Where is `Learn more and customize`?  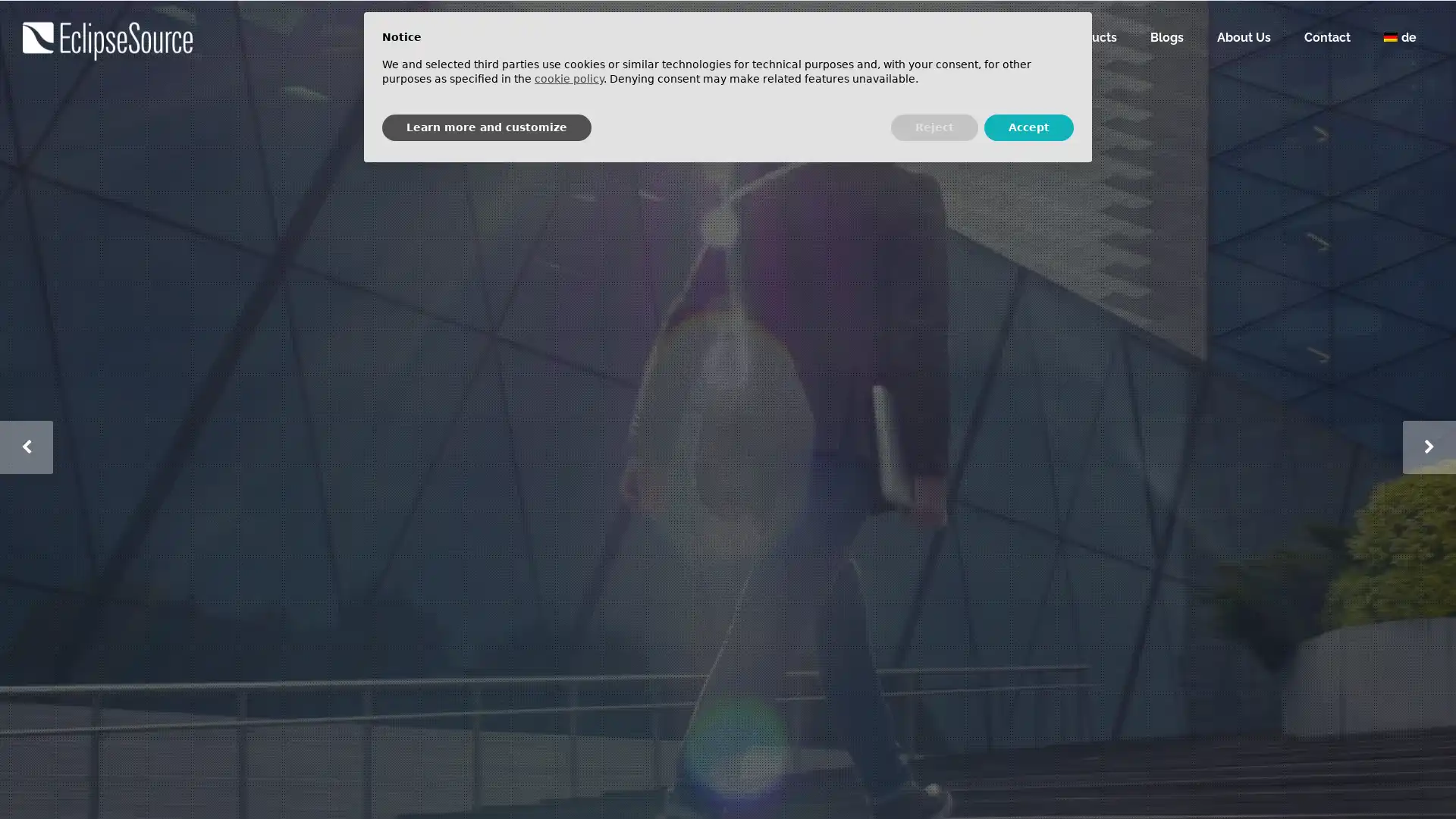 Learn more and customize is located at coordinates (487, 127).